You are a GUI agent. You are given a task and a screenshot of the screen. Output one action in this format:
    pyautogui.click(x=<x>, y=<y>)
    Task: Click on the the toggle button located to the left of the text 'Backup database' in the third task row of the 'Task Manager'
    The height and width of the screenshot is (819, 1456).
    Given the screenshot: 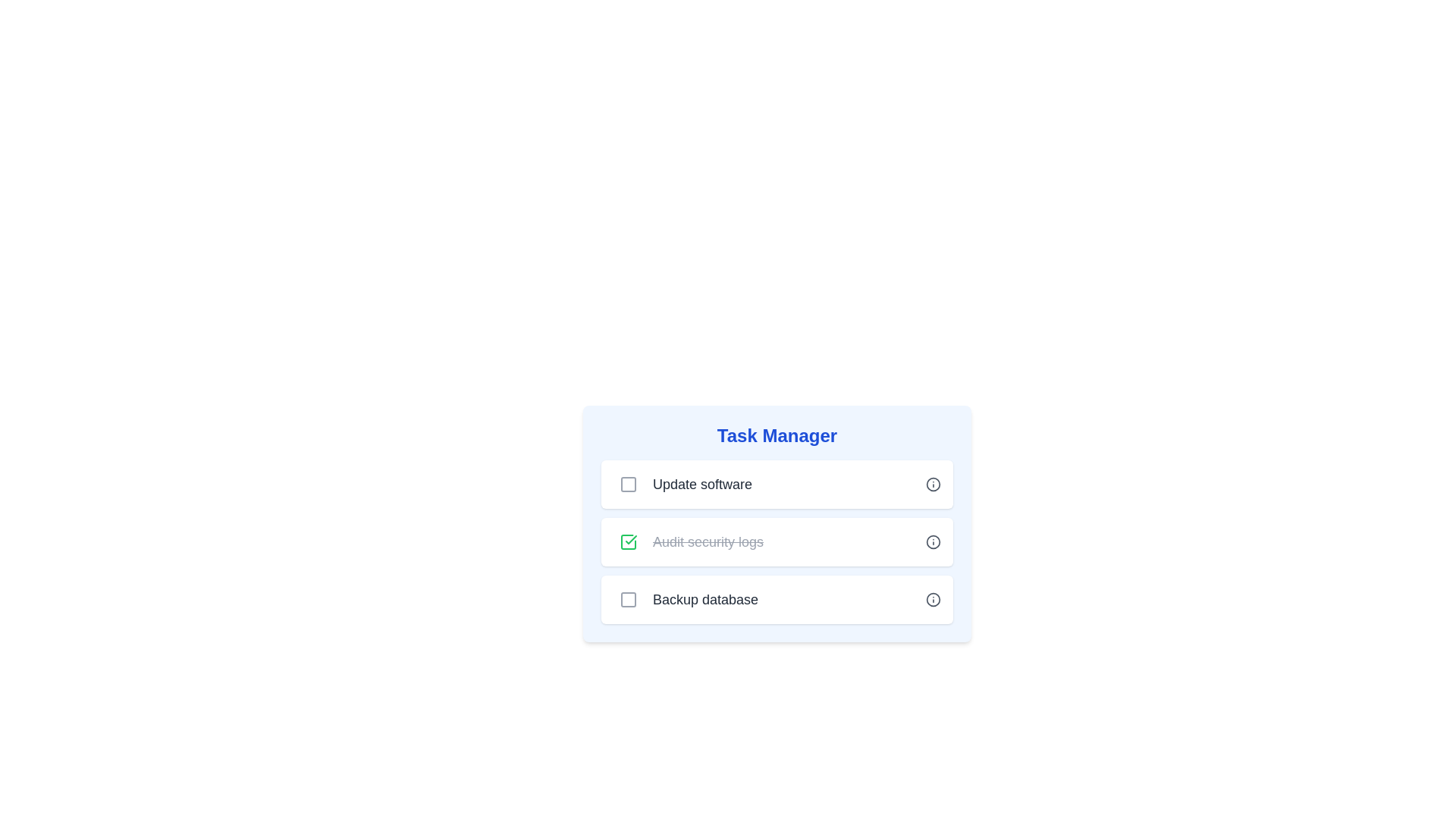 What is the action you would take?
    pyautogui.click(x=629, y=598)
    